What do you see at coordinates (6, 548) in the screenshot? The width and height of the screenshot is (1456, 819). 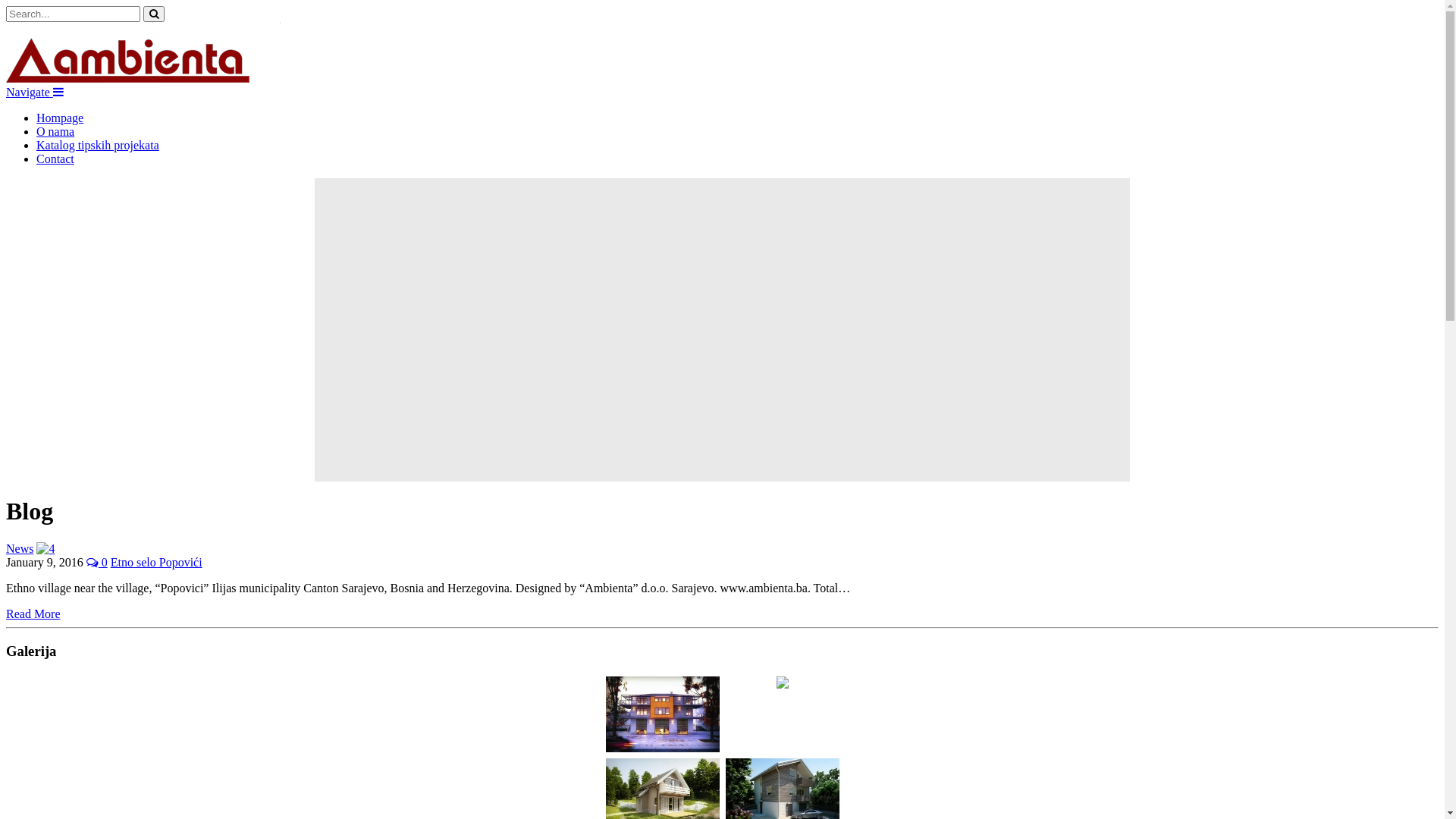 I see `'News'` at bounding box center [6, 548].